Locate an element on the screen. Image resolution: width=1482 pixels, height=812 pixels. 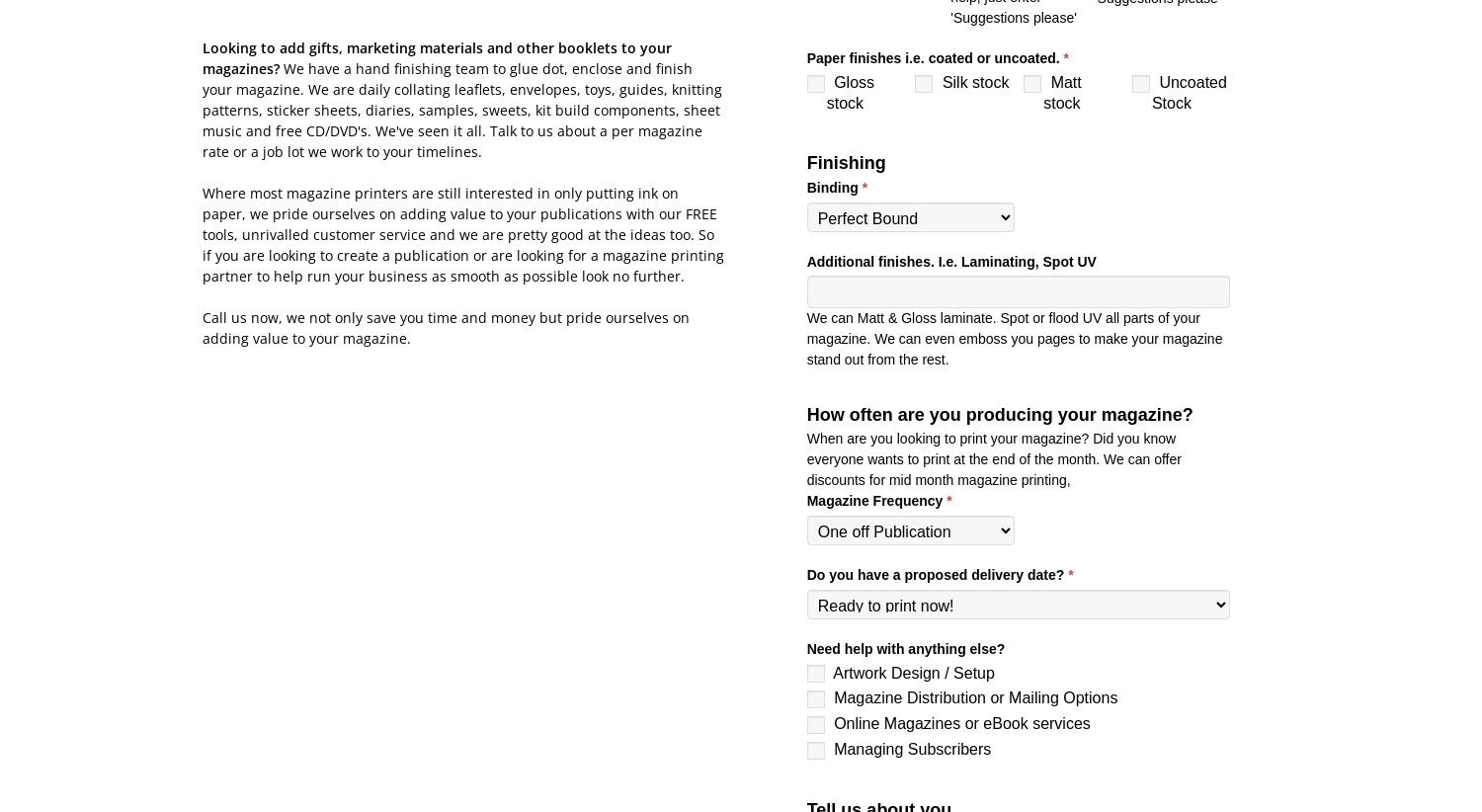
'We have a hand finishing team to glue dot, enclose and finish your magazine.  We are daily collating leaflets, envelopes, toys, guides, knitting patterns, sticker sheets, diaries, samples, sweets, kit build components, sheet music and free CD/DVD's.  We've seen it all. Talk to us about a per magazine rate or a job lot we work to your timelines.' is located at coordinates (461, 108).